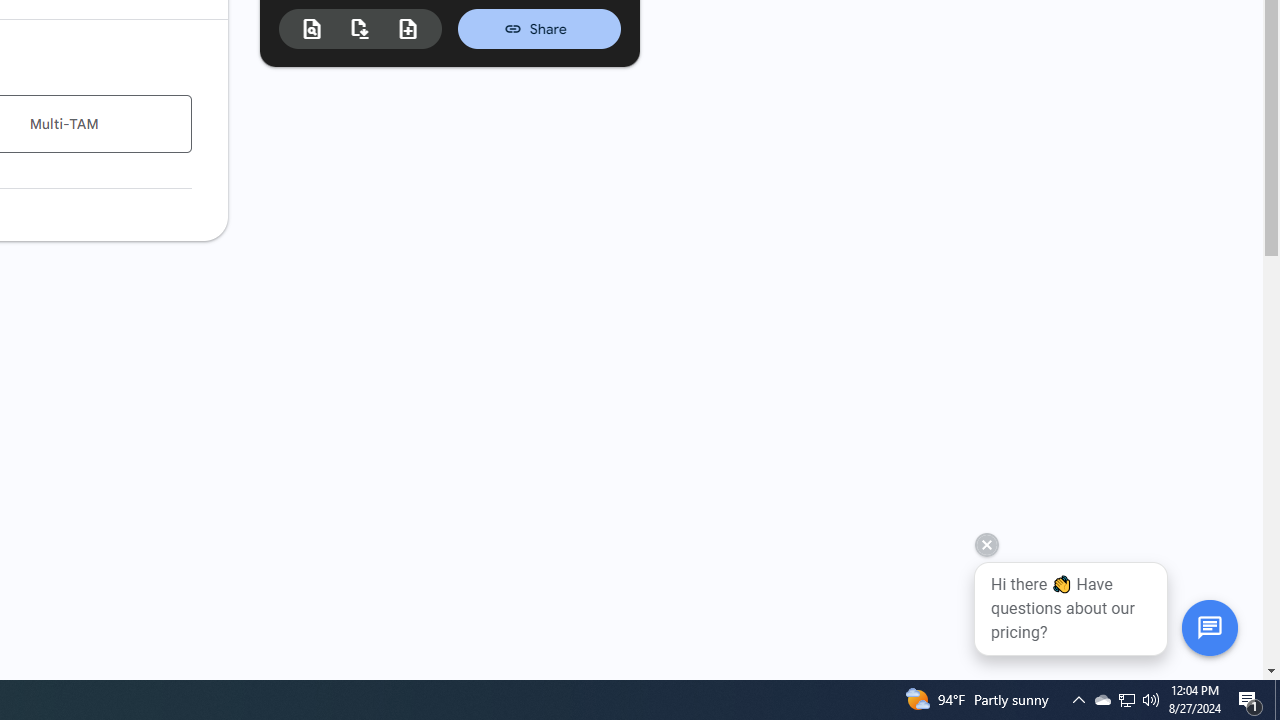  What do you see at coordinates (311, 29) in the screenshot?
I see `'Open detailed view'` at bounding box center [311, 29].